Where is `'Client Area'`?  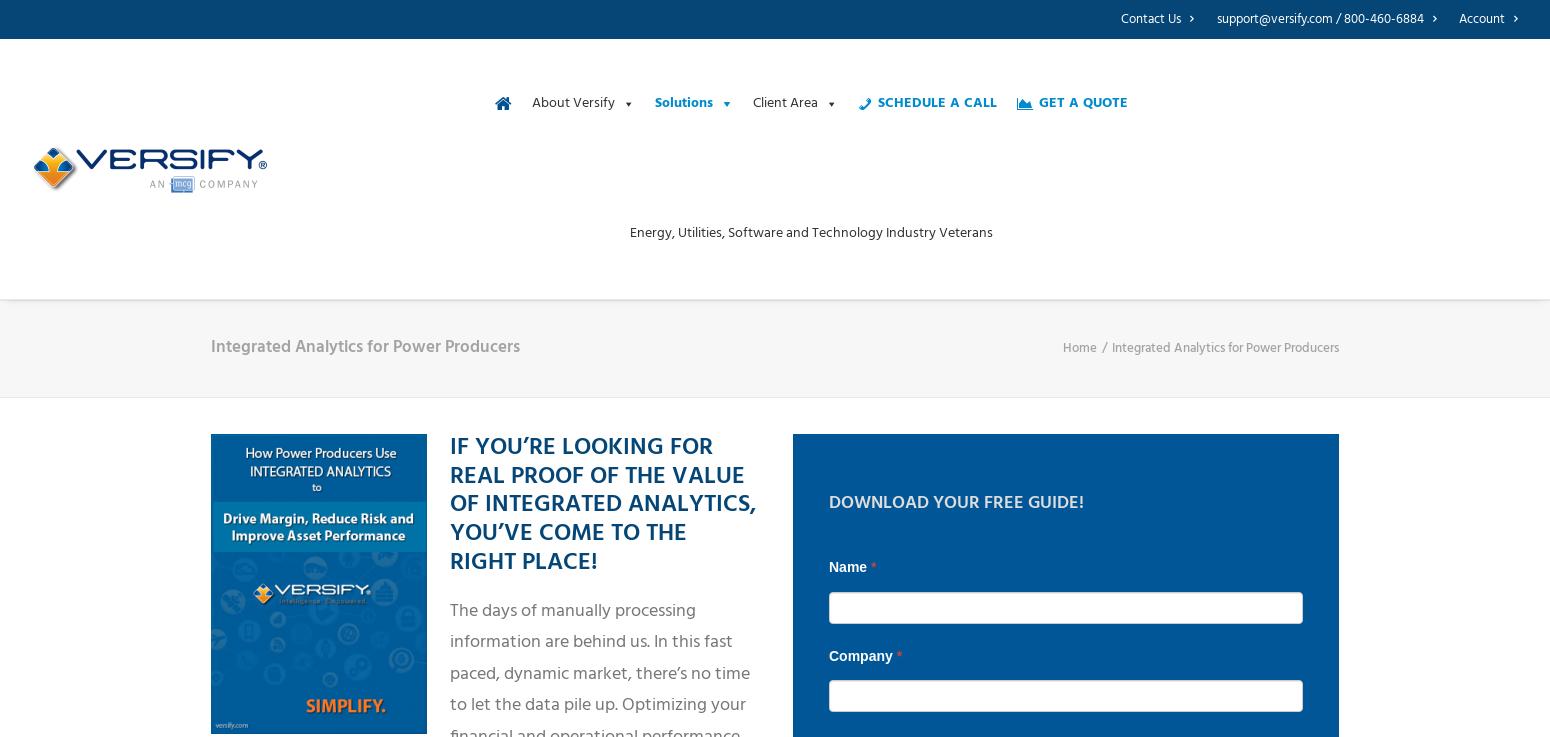 'Client Area' is located at coordinates (783, 102).